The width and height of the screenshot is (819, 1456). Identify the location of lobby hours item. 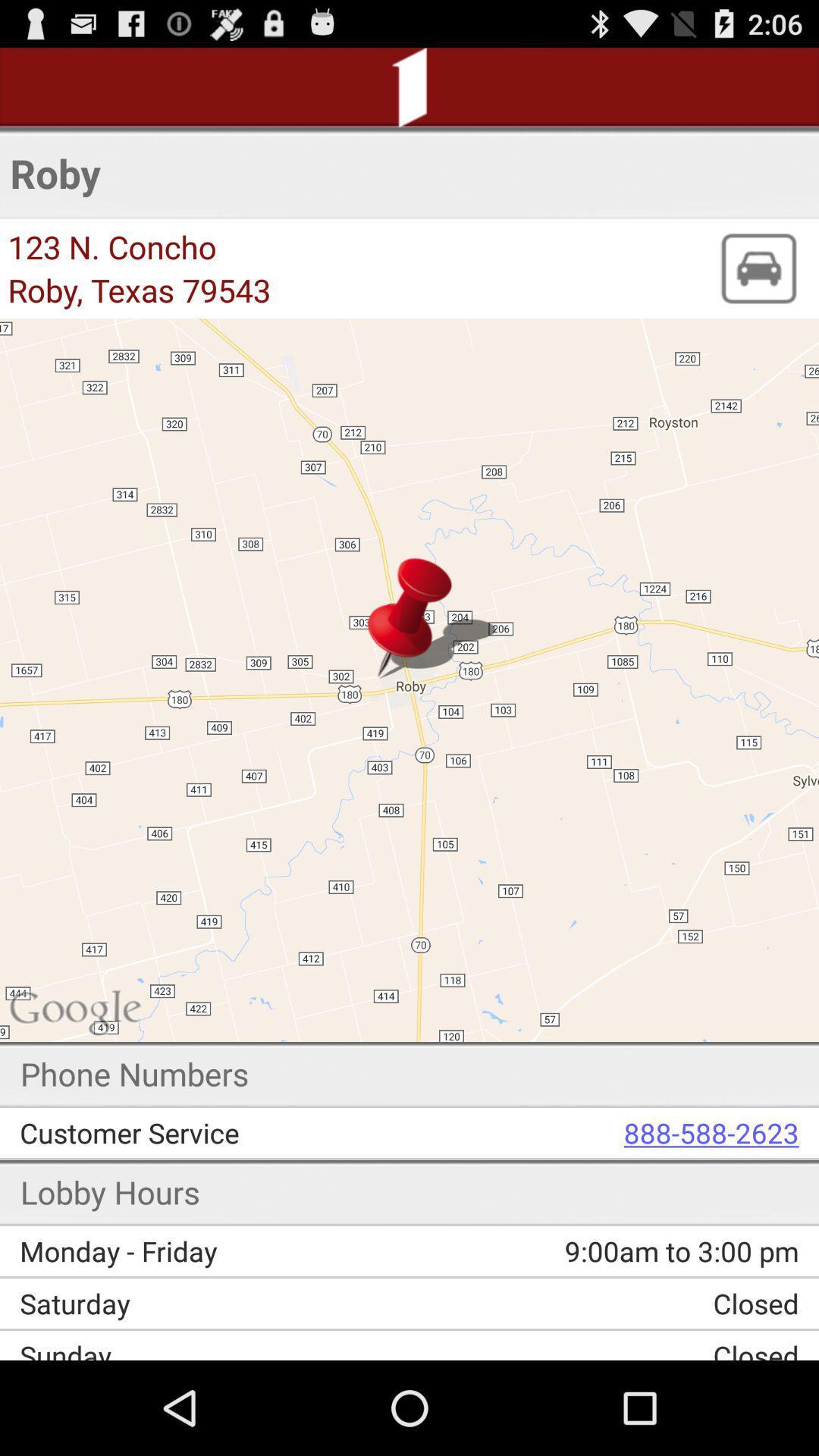
(109, 1191).